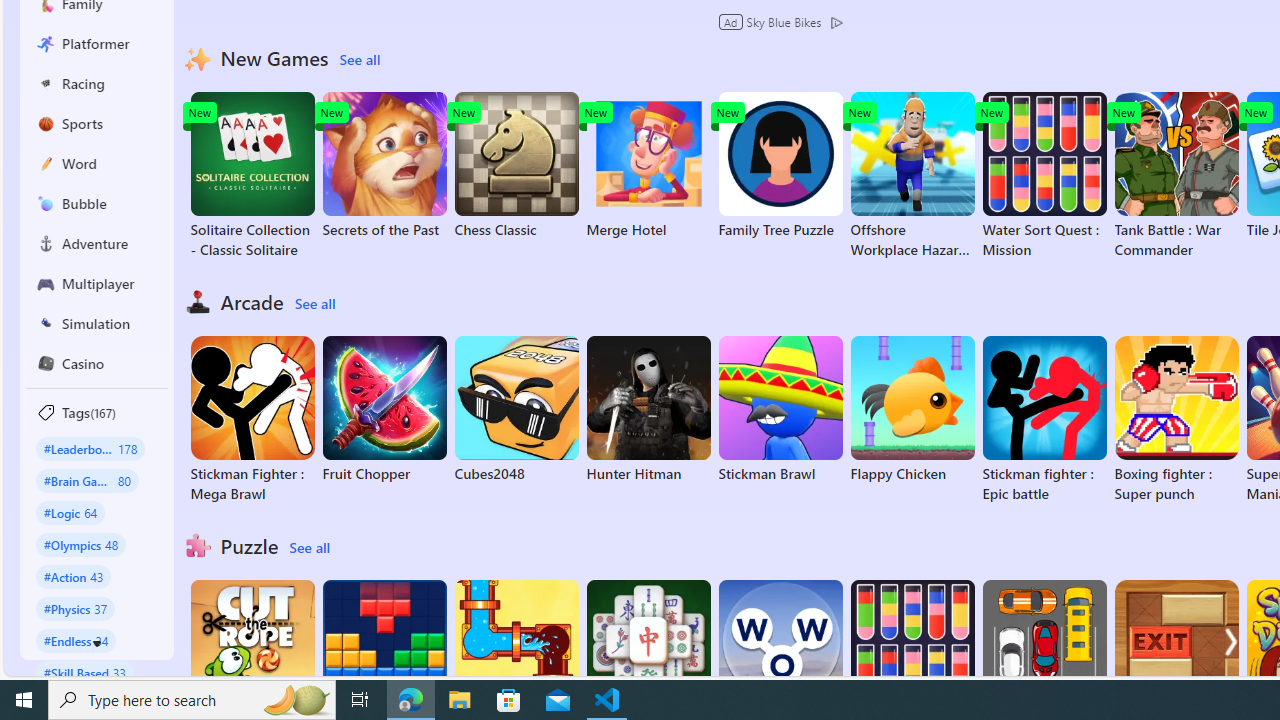 The width and height of the screenshot is (1280, 720). I want to click on 'Hunter Hitman', so click(648, 409).